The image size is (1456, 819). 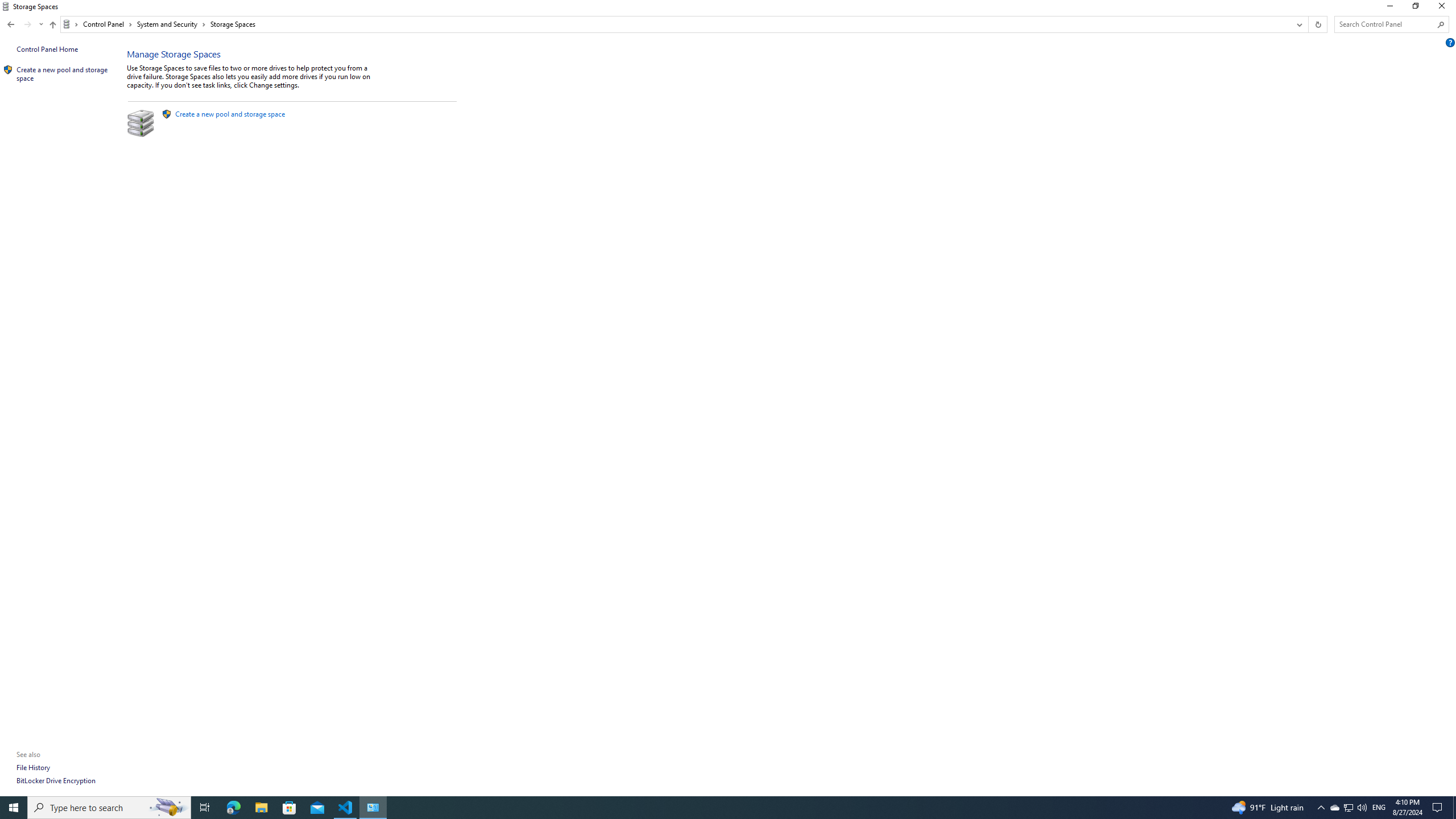 What do you see at coordinates (171, 24) in the screenshot?
I see `'System and Security'` at bounding box center [171, 24].